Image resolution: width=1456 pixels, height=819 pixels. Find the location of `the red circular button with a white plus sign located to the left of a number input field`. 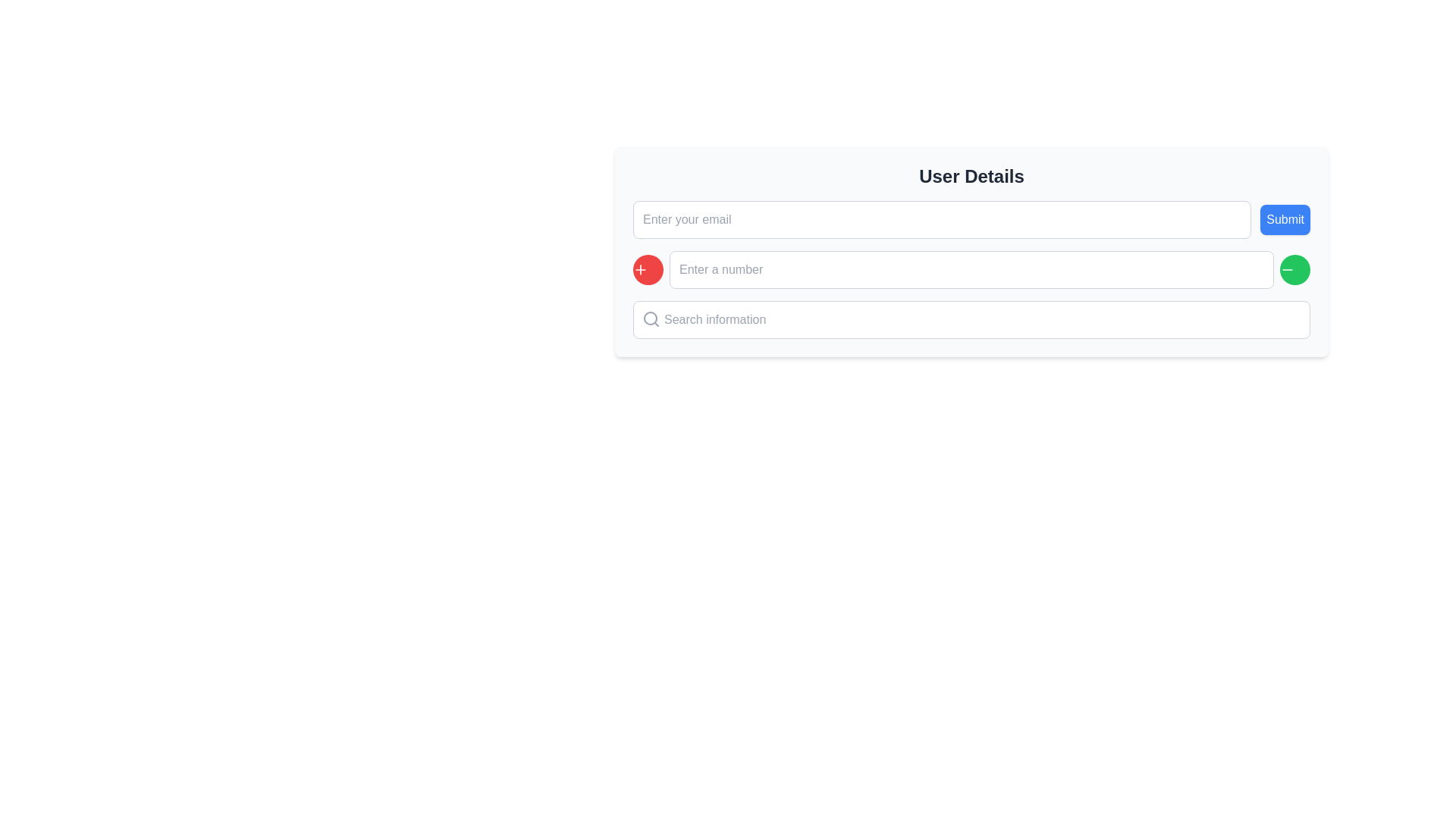

the red circular button with a white plus sign located to the left of a number input field is located at coordinates (648, 268).